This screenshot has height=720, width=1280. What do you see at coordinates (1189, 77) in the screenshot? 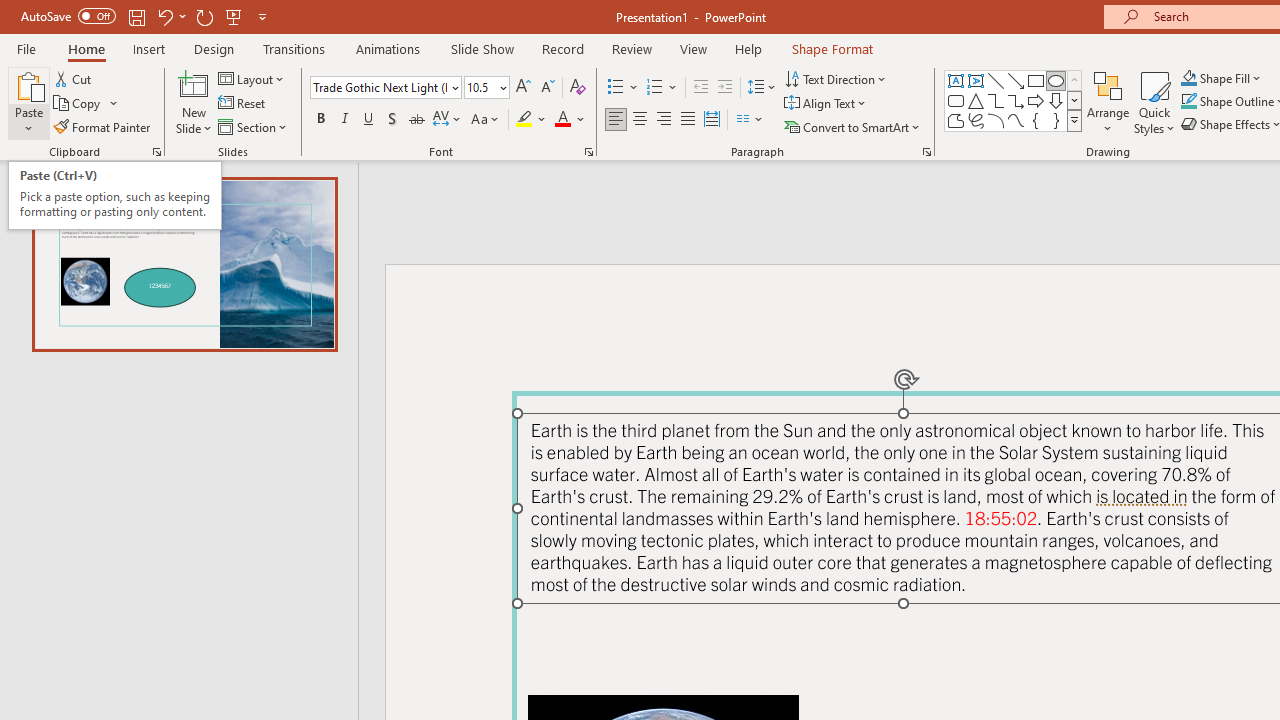
I see `'Shape Fill Aqua, Accent 2'` at bounding box center [1189, 77].